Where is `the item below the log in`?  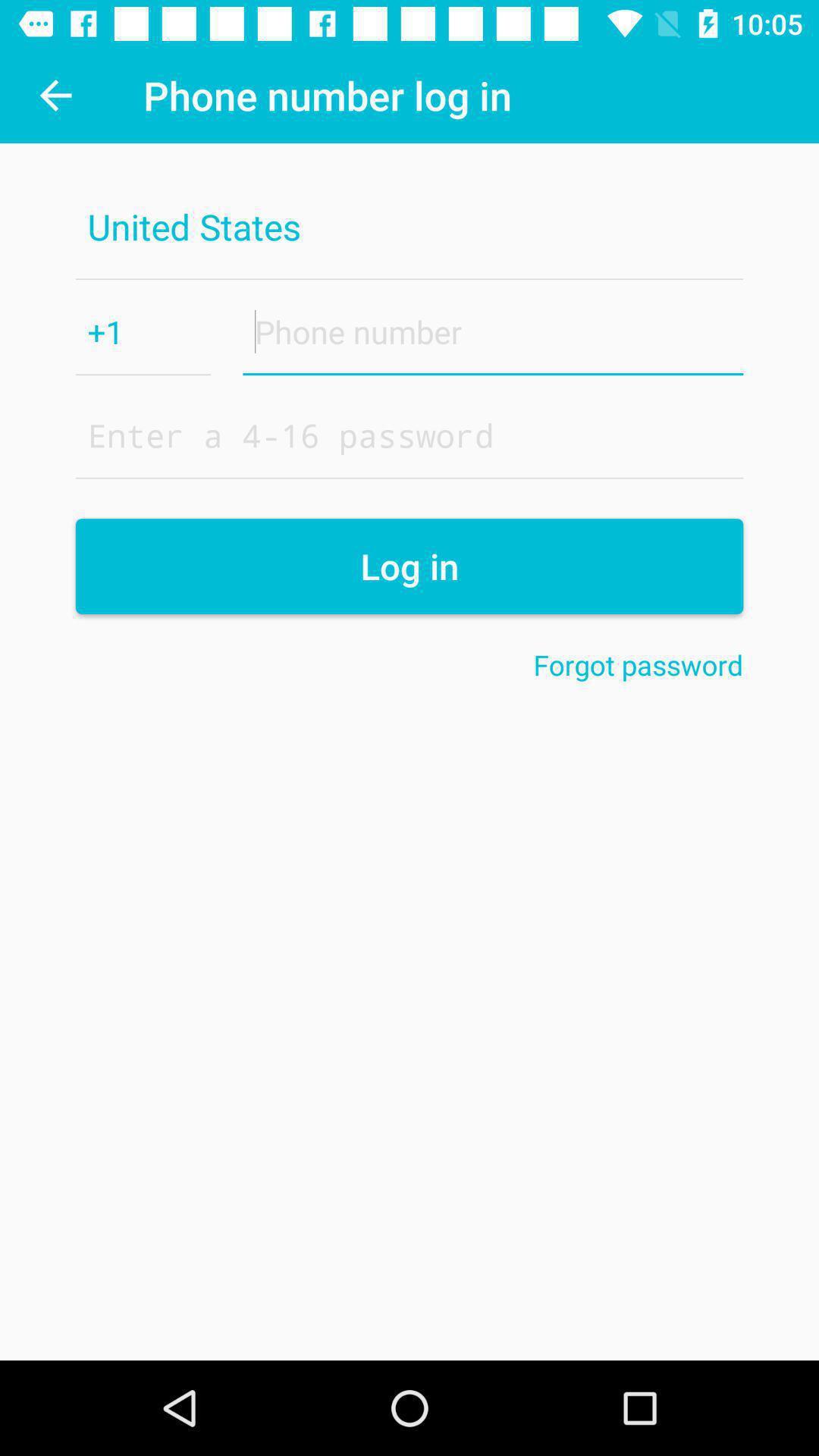
the item below the log in is located at coordinates (638, 664).